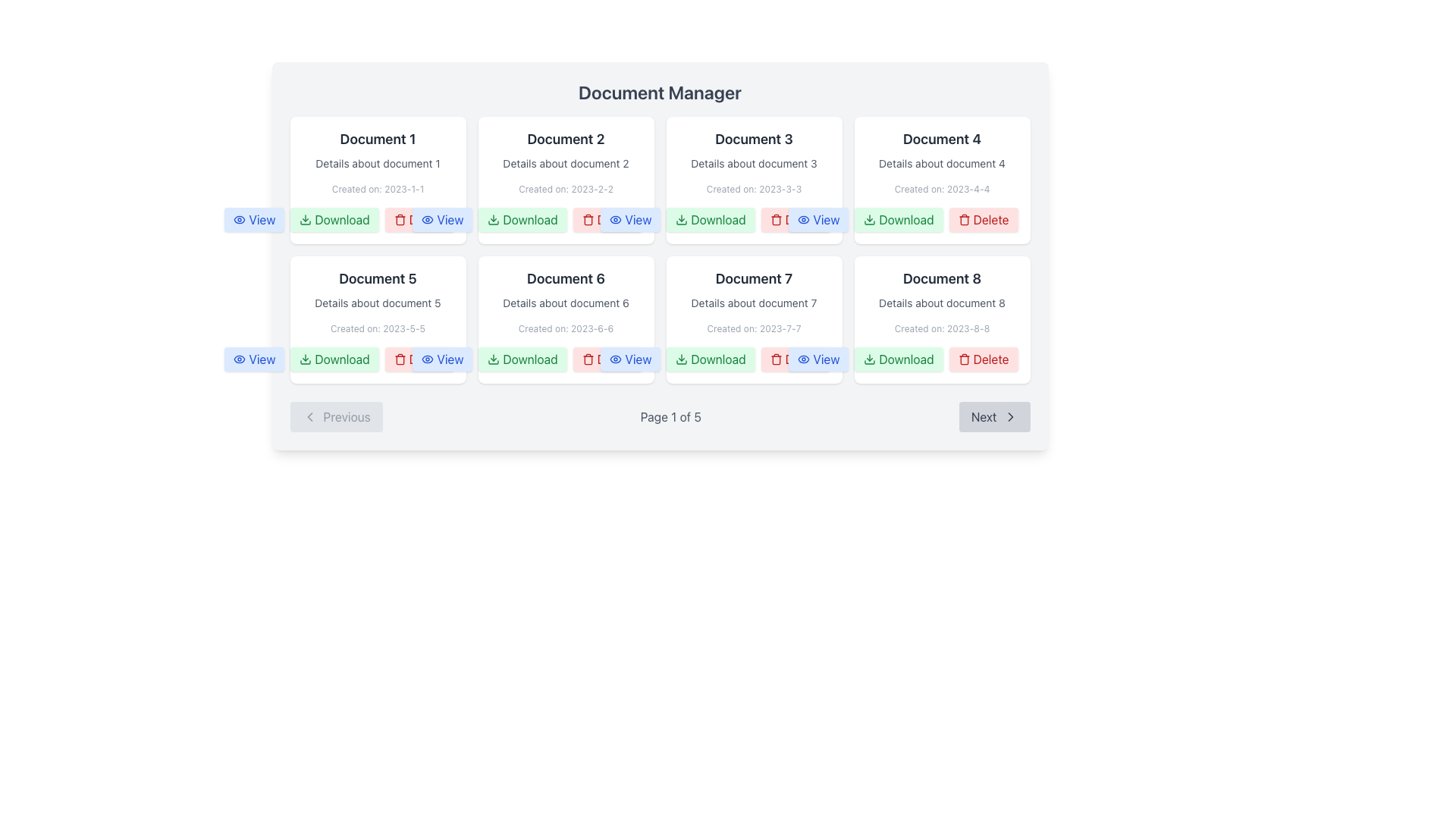  I want to click on the 'View' icon associated with 'Document 2' located in the first row, second column of the grid layout, so click(616, 219).